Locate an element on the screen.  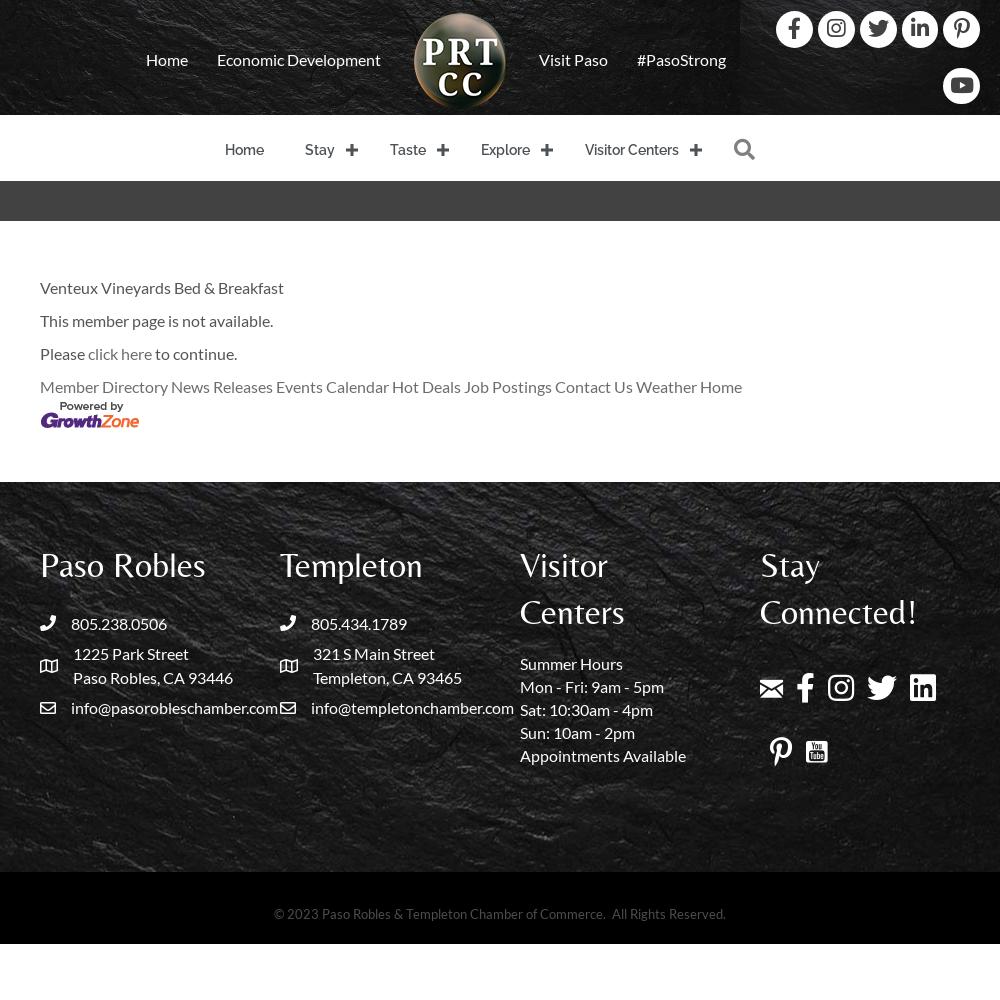
'Explore' is located at coordinates (505, 150).